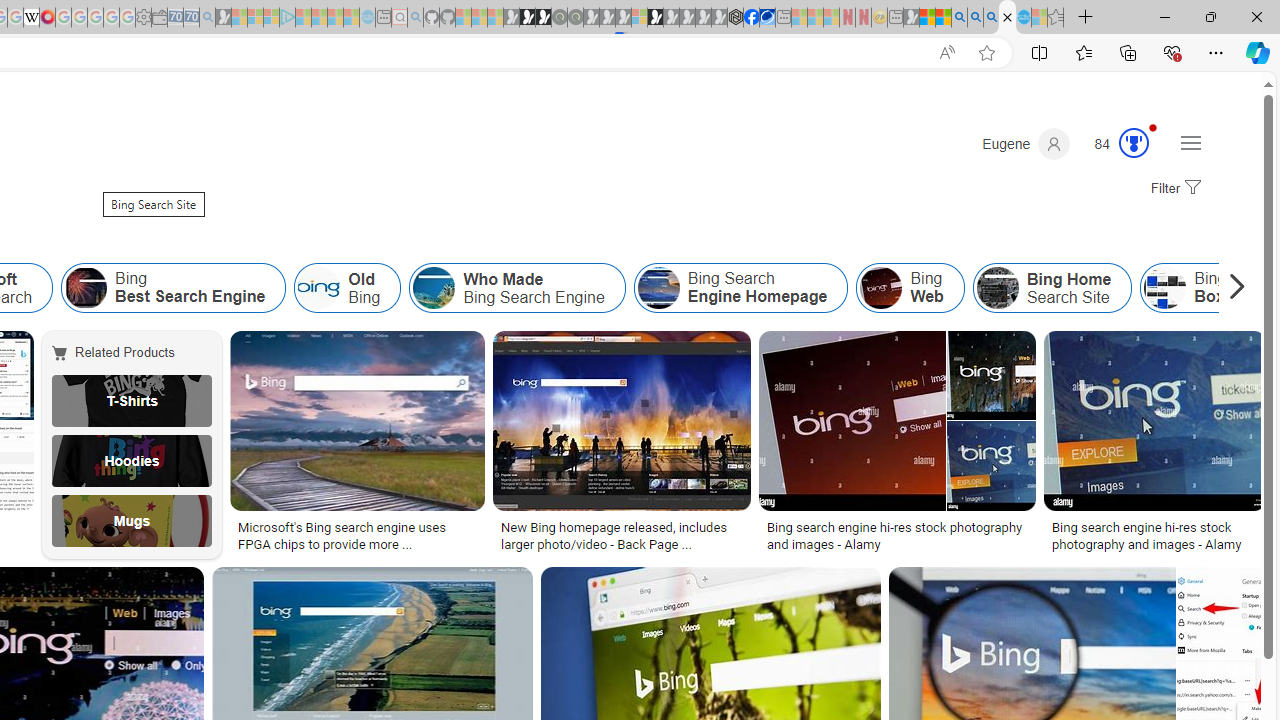  What do you see at coordinates (32, 17) in the screenshot?
I see `'Target page - Wikipedia'` at bounding box center [32, 17].